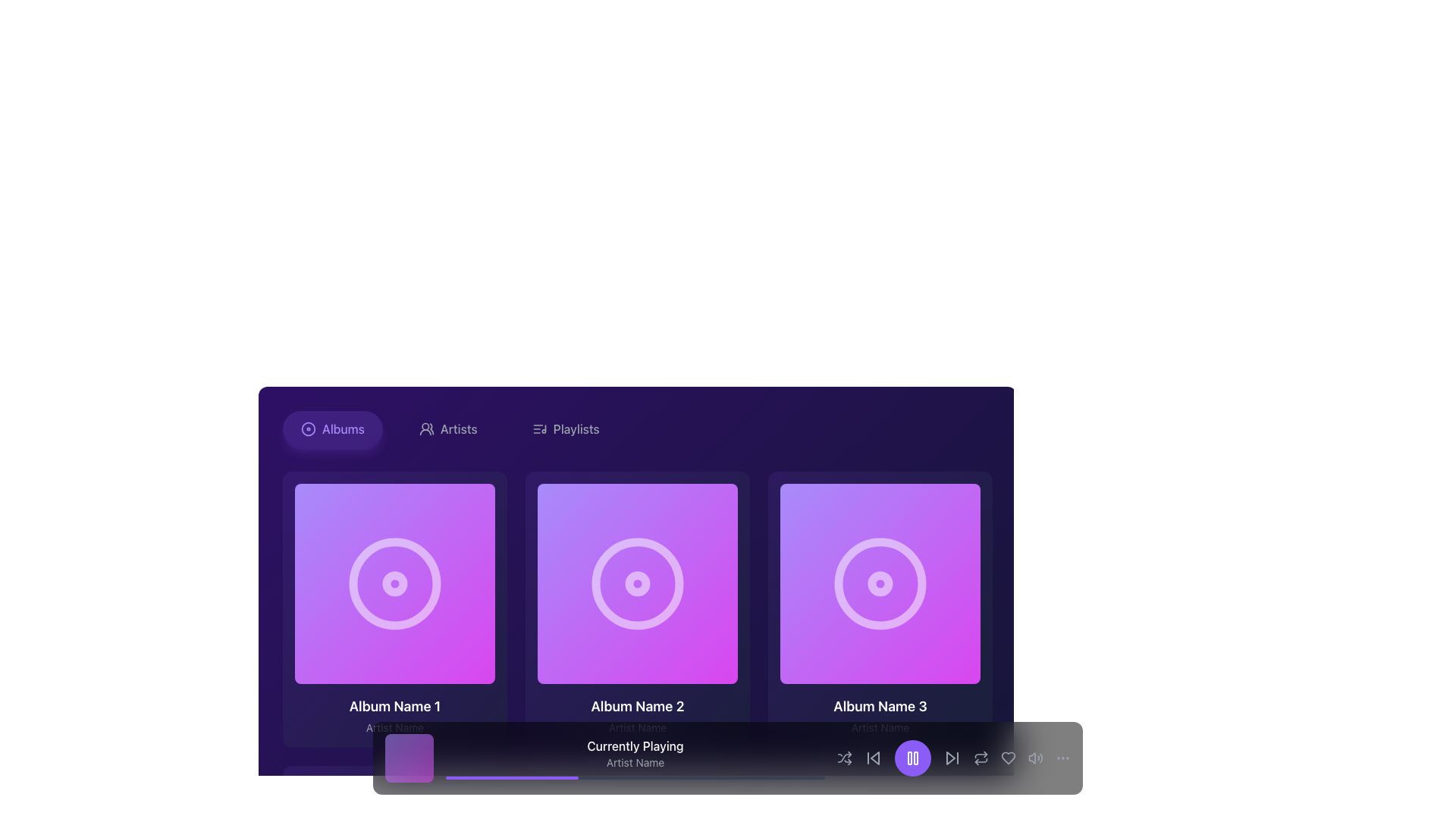 Image resolution: width=1456 pixels, height=819 pixels. I want to click on the Text label that displays the name of the album, located in the lower section of the third album card, below the circular artwork and above the artist name, so click(880, 707).